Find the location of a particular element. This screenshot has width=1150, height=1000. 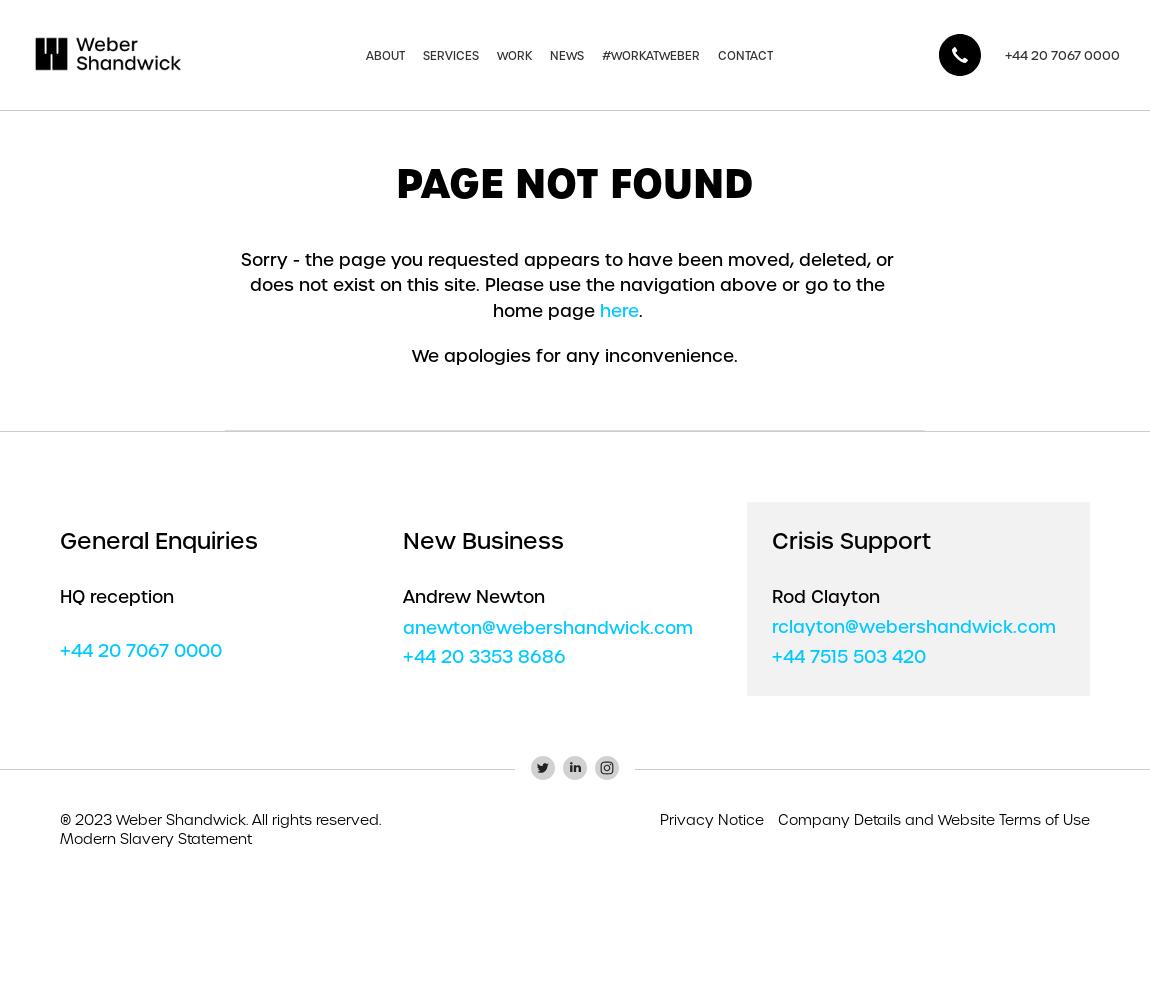

'#WORKATWEBER' is located at coordinates (650, 55).